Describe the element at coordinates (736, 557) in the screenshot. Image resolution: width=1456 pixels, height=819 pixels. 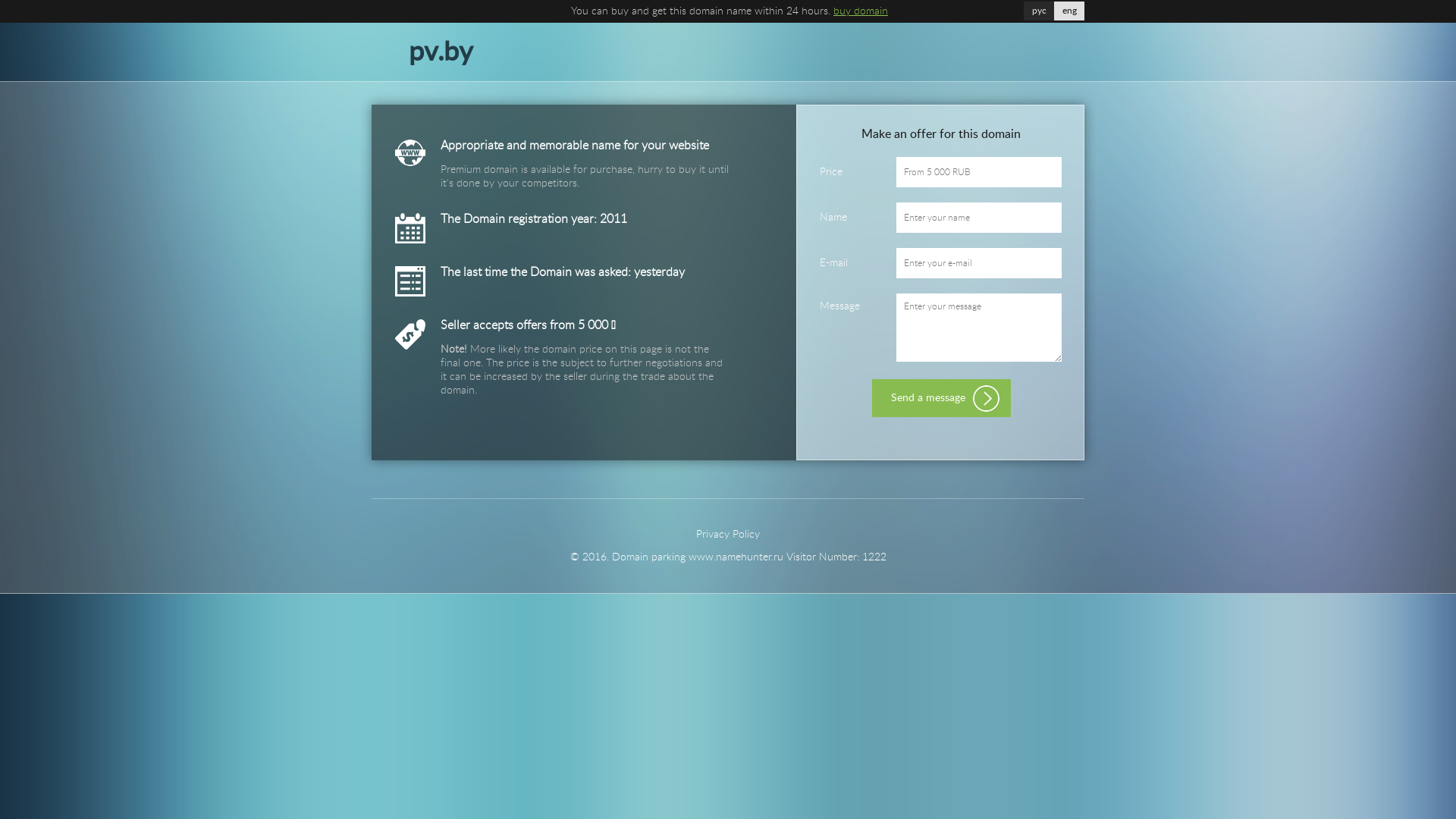
I see `'www.namehunter.ru'` at that location.